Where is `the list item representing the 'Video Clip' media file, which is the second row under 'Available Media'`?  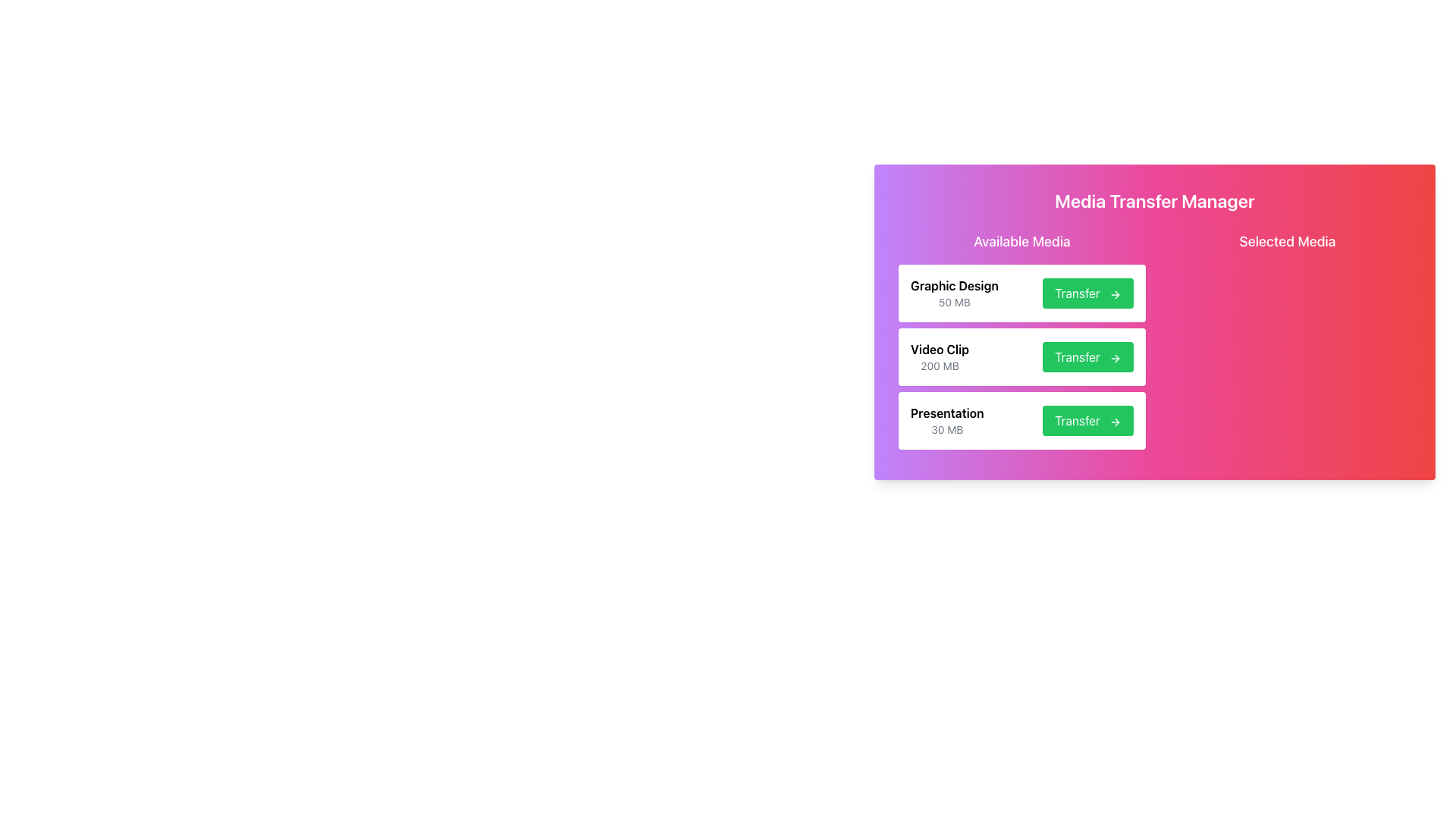 the list item representing the 'Video Clip' media file, which is the second row under 'Available Media' is located at coordinates (1022, 356).